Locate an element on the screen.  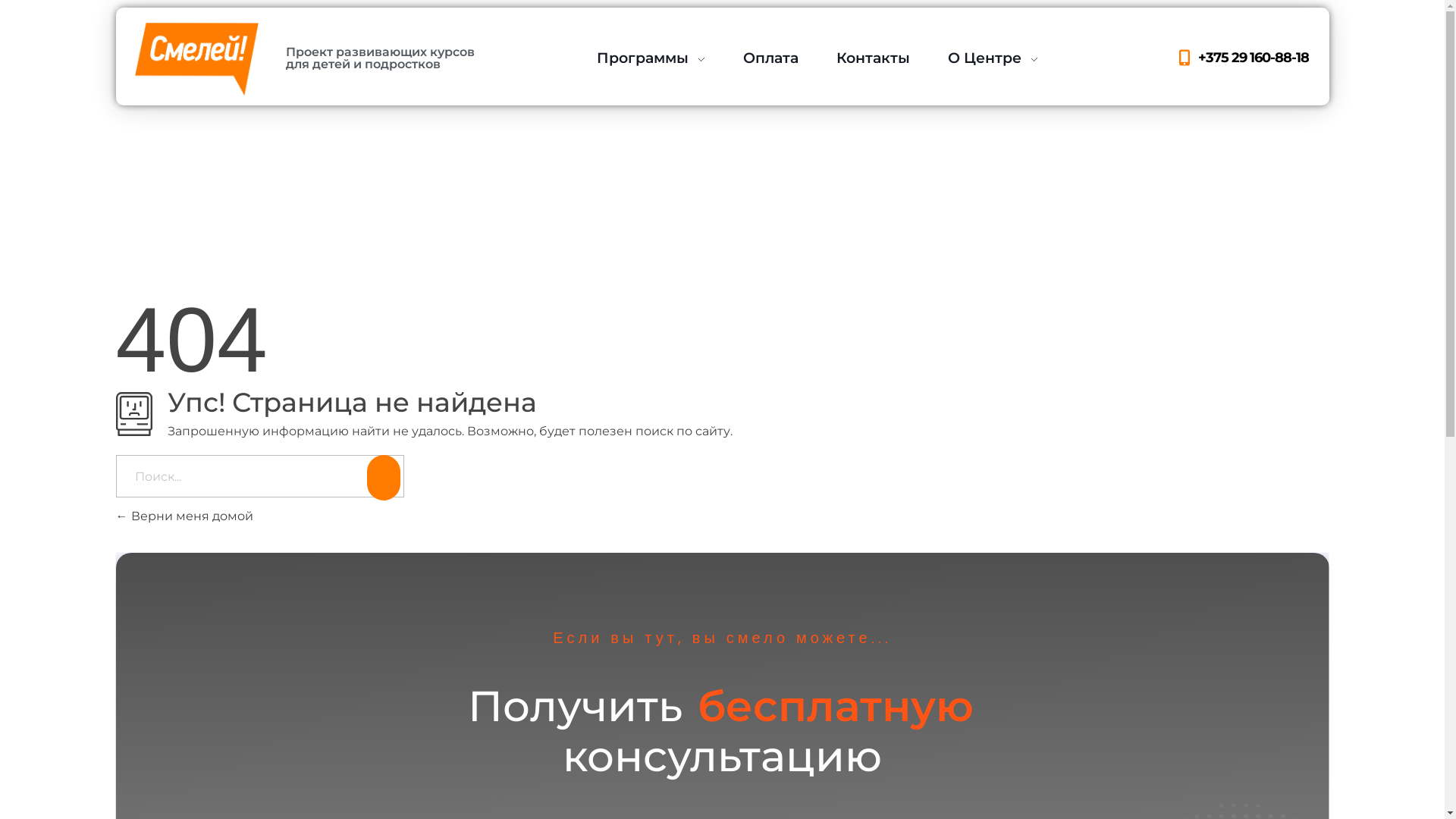
'+375 29 160-88-18' is located at coordinates (1173, 57).